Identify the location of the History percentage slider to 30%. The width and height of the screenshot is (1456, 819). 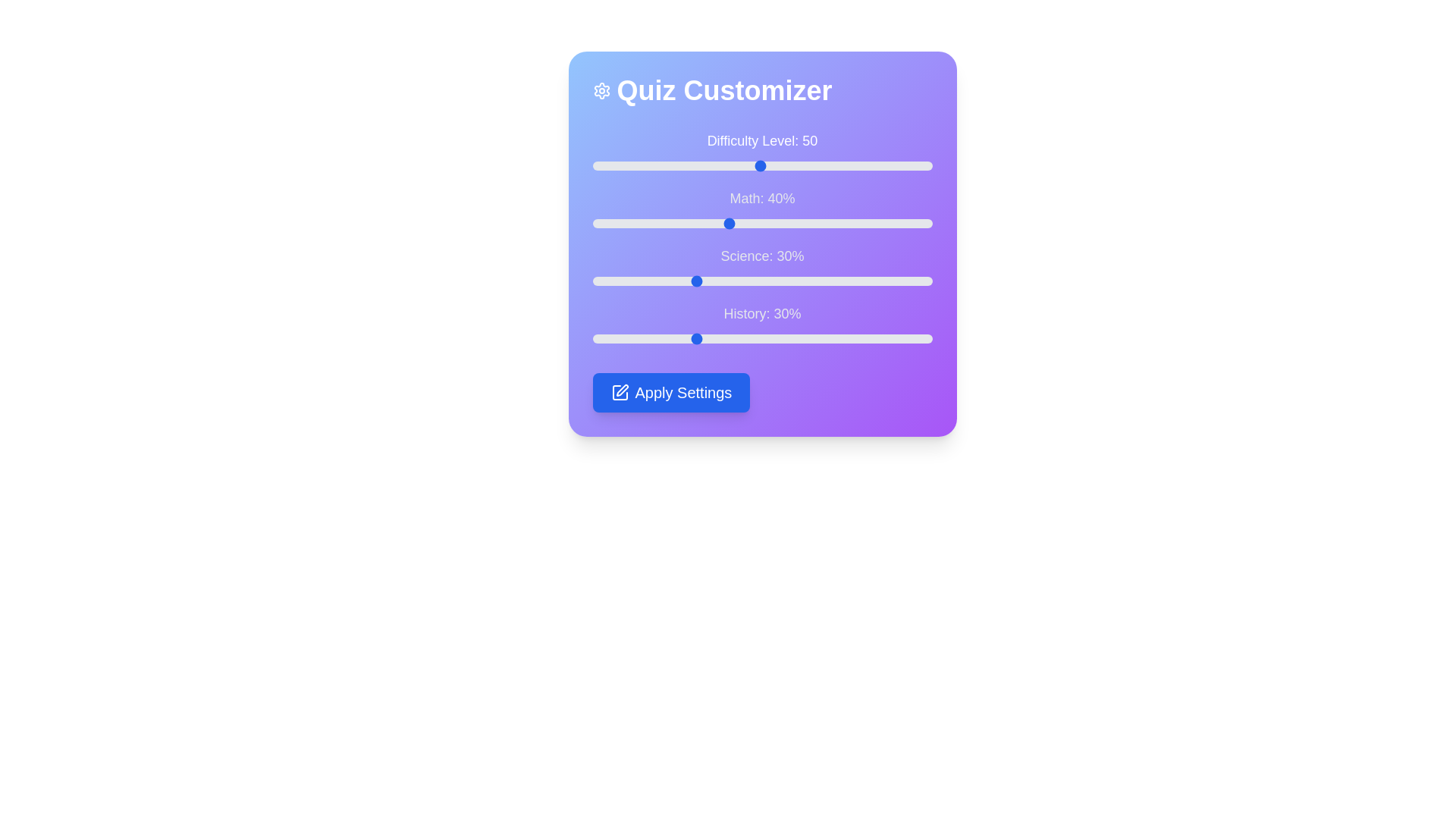
(693, 338).